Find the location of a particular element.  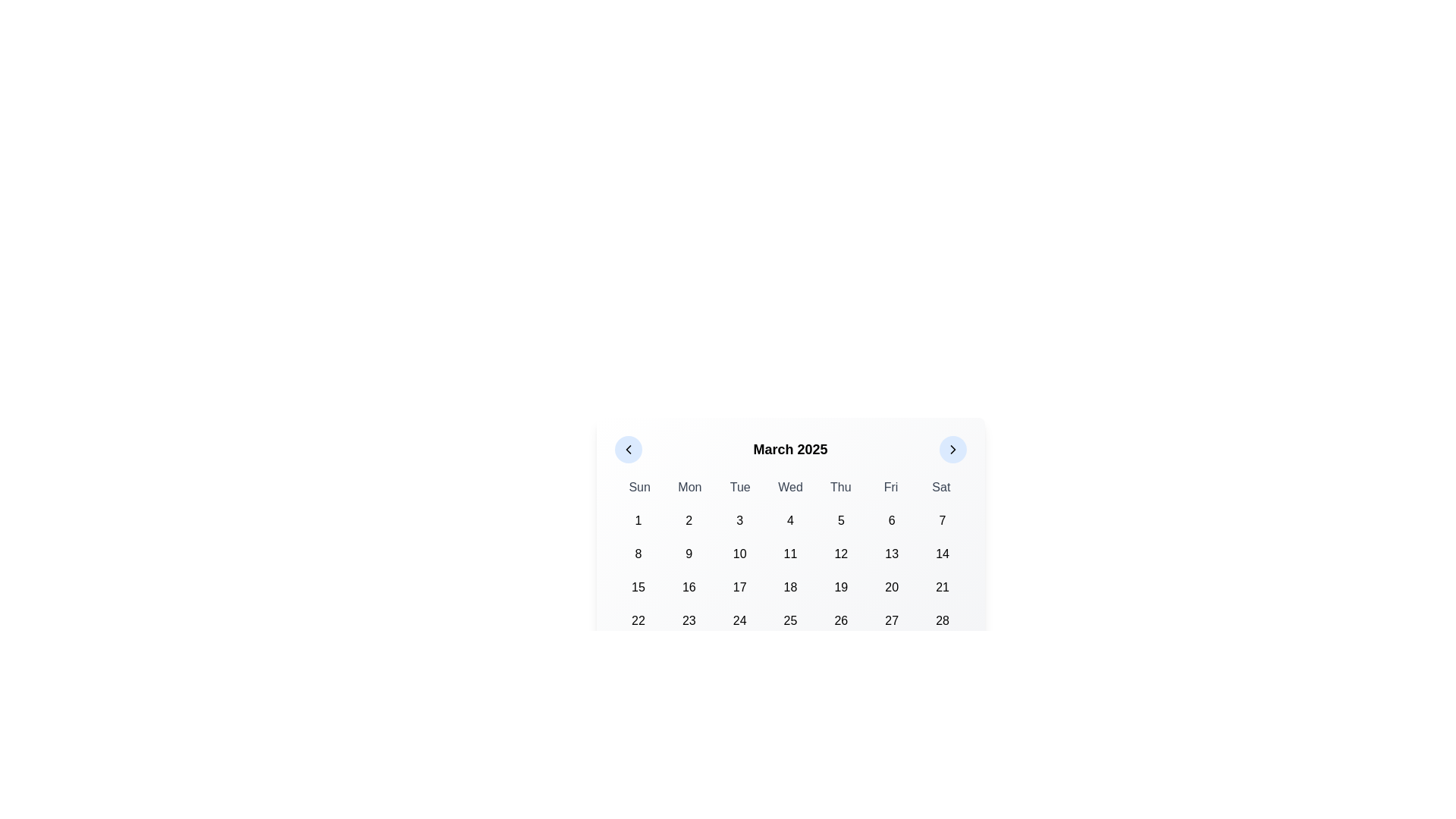

the button representing the second day of the month in the calendar interface is located at coordinates (688, 519).